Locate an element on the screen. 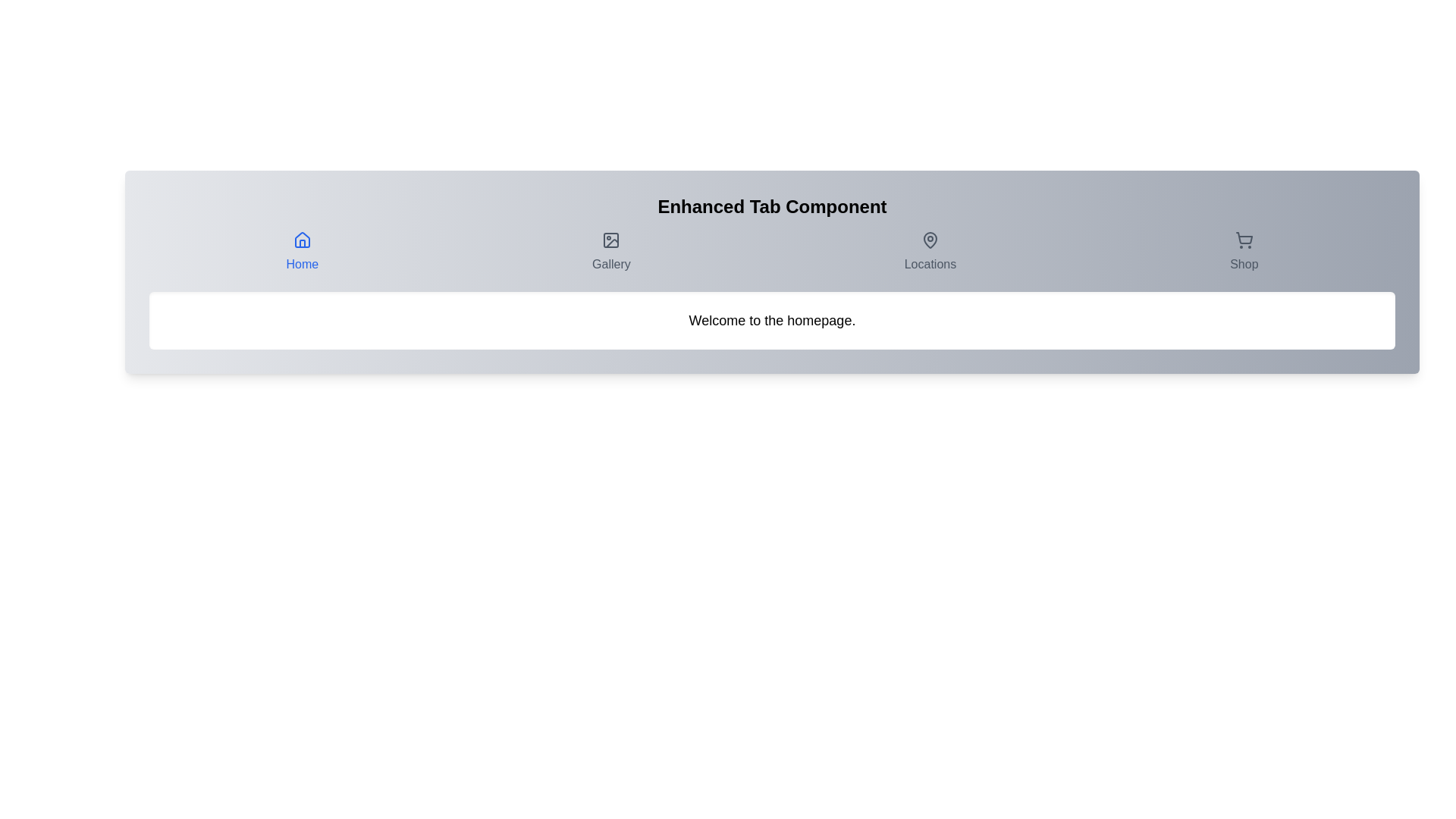 This screenshot has width=1456, height=819. the 'Home' icon in the navigation bar is located at coordinates (302, 239).